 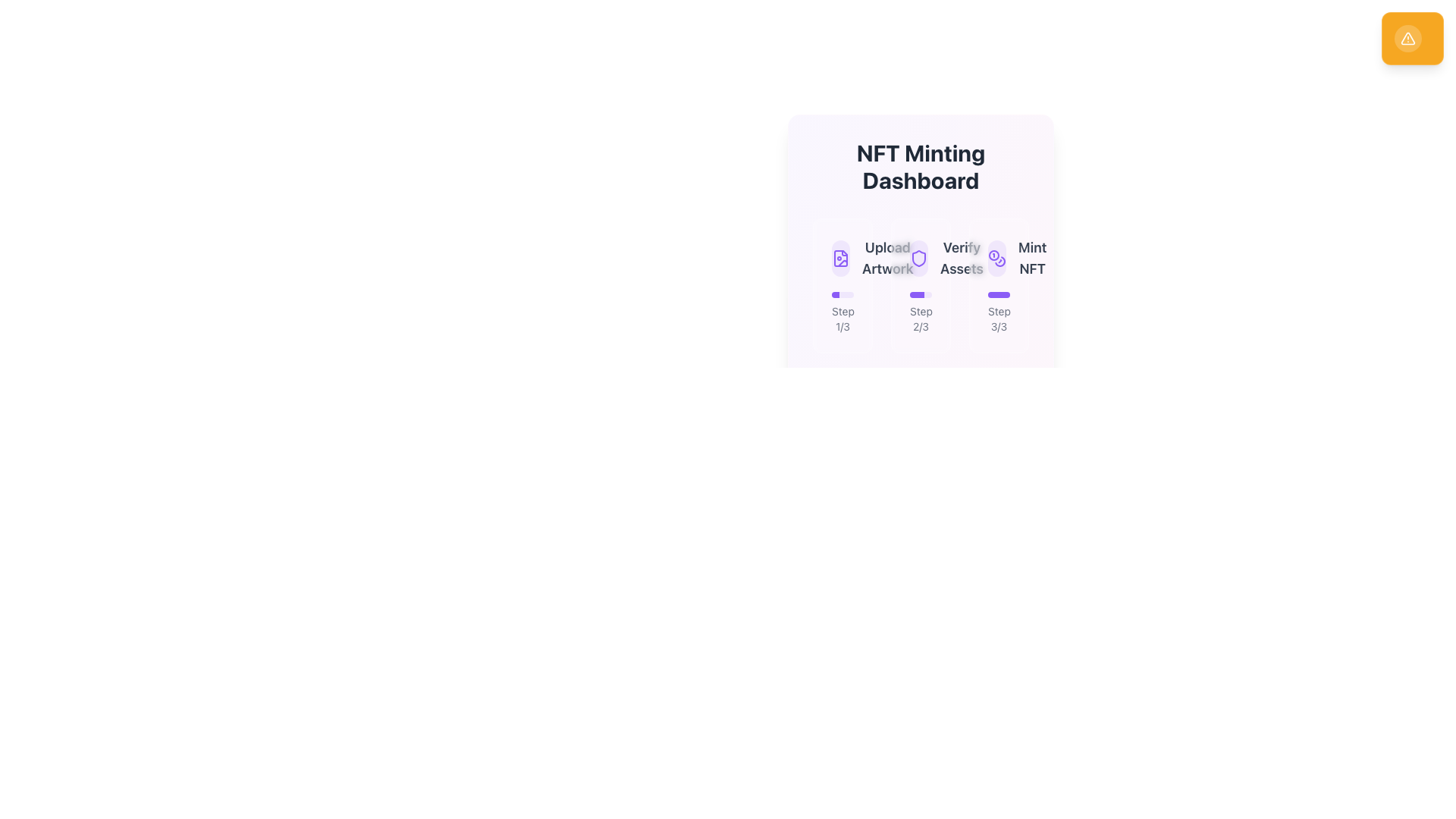 I want to click on the 'Upload Artwork' icon in the NFT Minting Dashboard, which represents the first step in the dashboard's flow, so click(x=842, y=257).